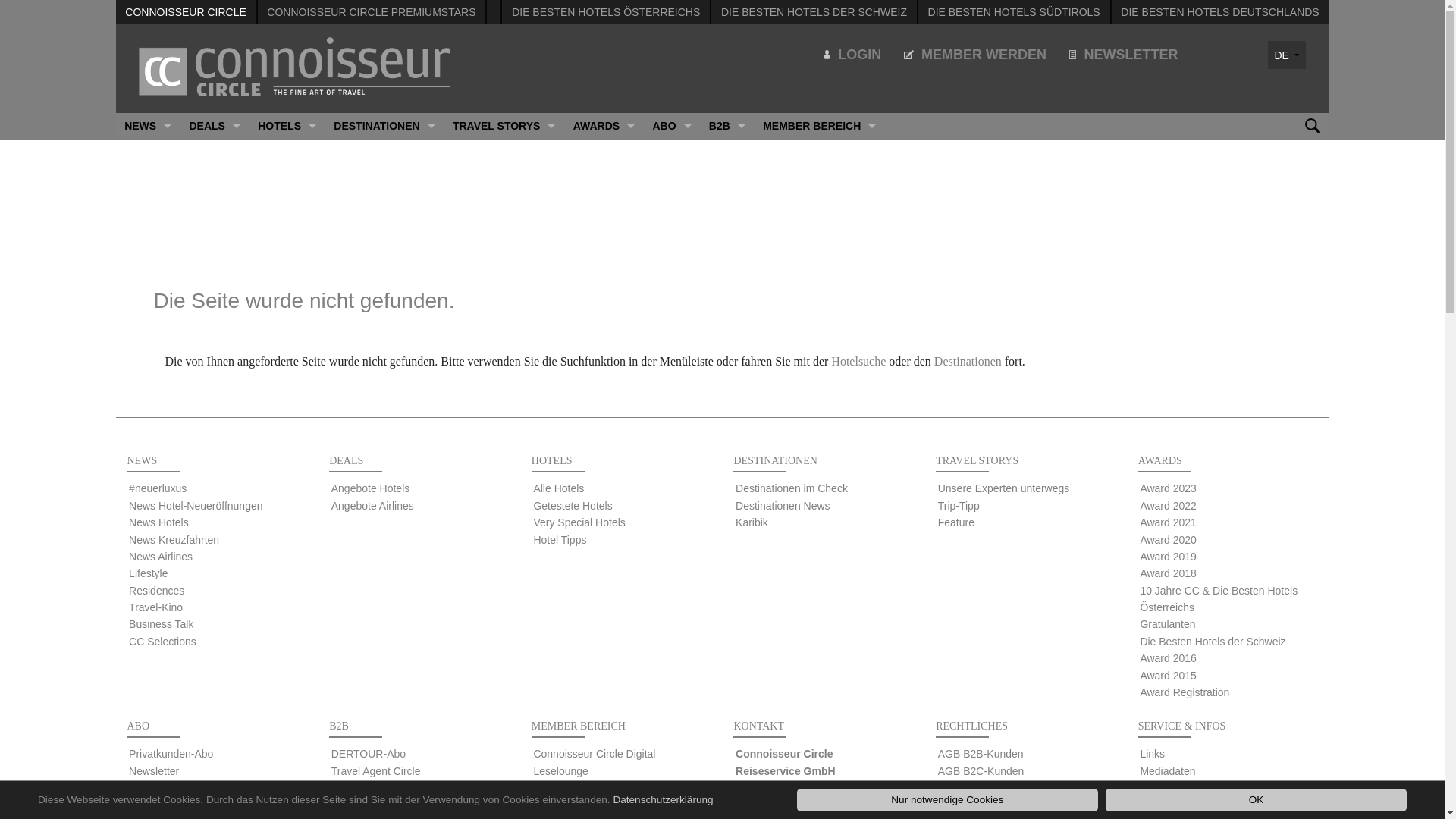  What do you see at coordinates (593, 754) in the screenshot?
I see `'Connoisseur Circle Digital'` at bounding box center [593, 754].